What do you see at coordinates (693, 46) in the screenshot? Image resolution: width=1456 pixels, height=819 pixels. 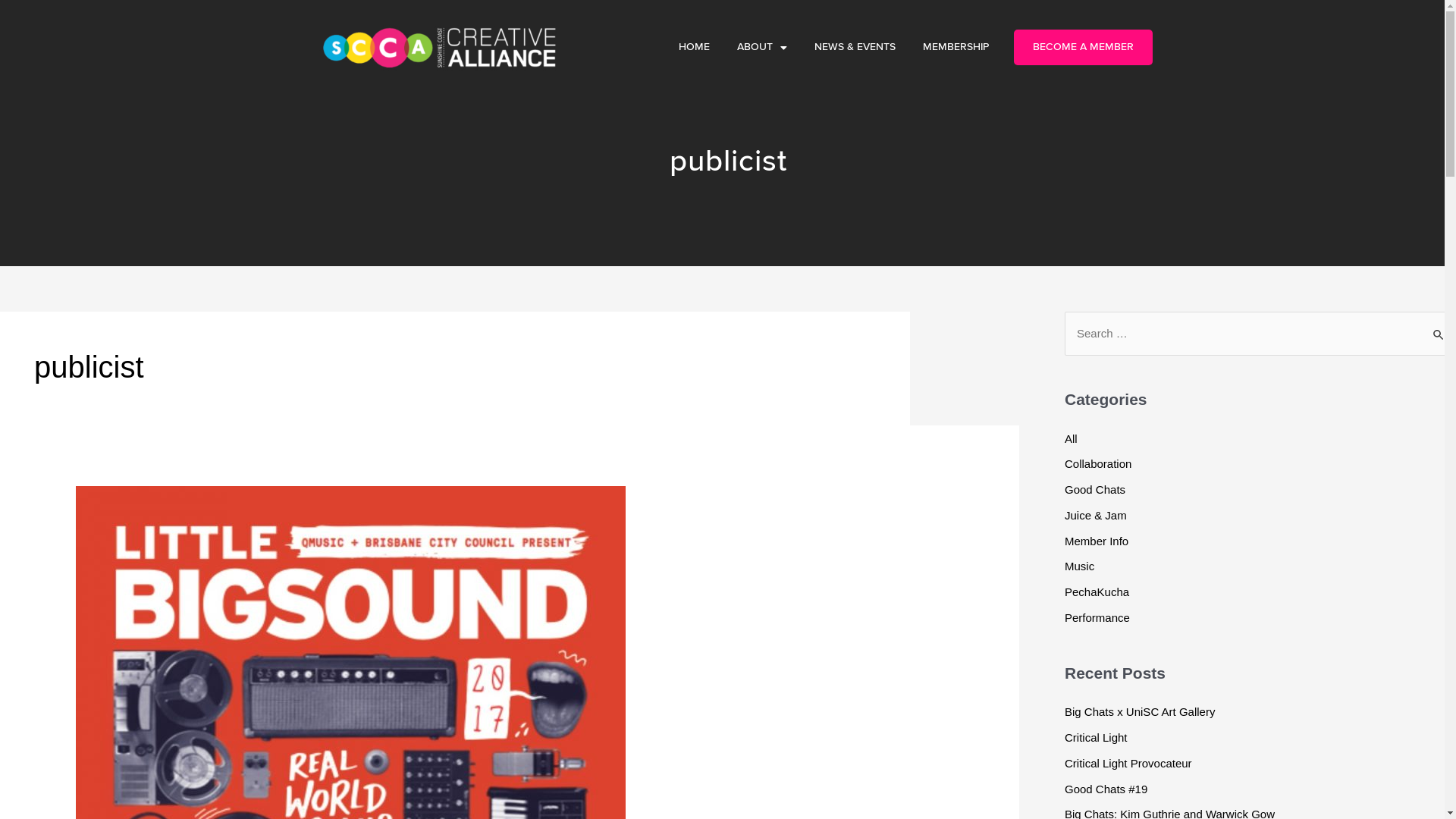 I see `'HOME'` at bounding box center [693, 46].